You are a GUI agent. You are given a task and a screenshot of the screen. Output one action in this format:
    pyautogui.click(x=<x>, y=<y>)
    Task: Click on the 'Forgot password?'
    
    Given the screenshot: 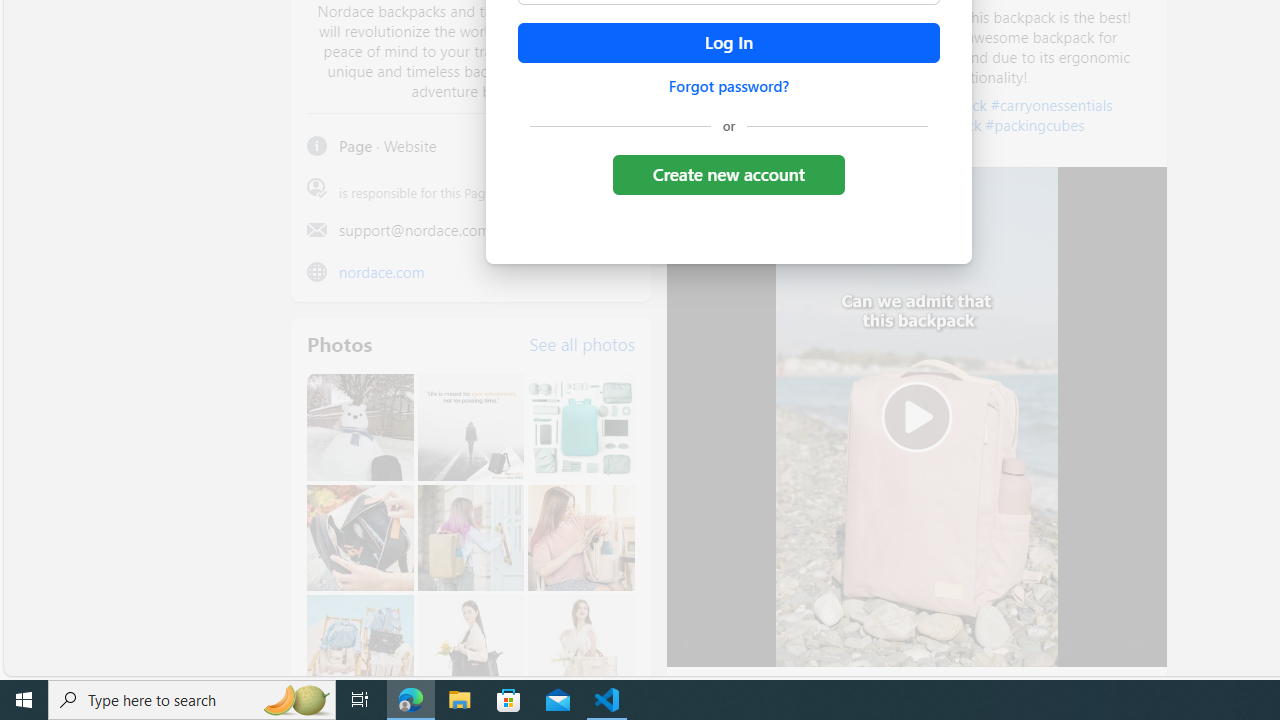 What is the action you would take?
    pyautogui.click(x=727, y=85)
    